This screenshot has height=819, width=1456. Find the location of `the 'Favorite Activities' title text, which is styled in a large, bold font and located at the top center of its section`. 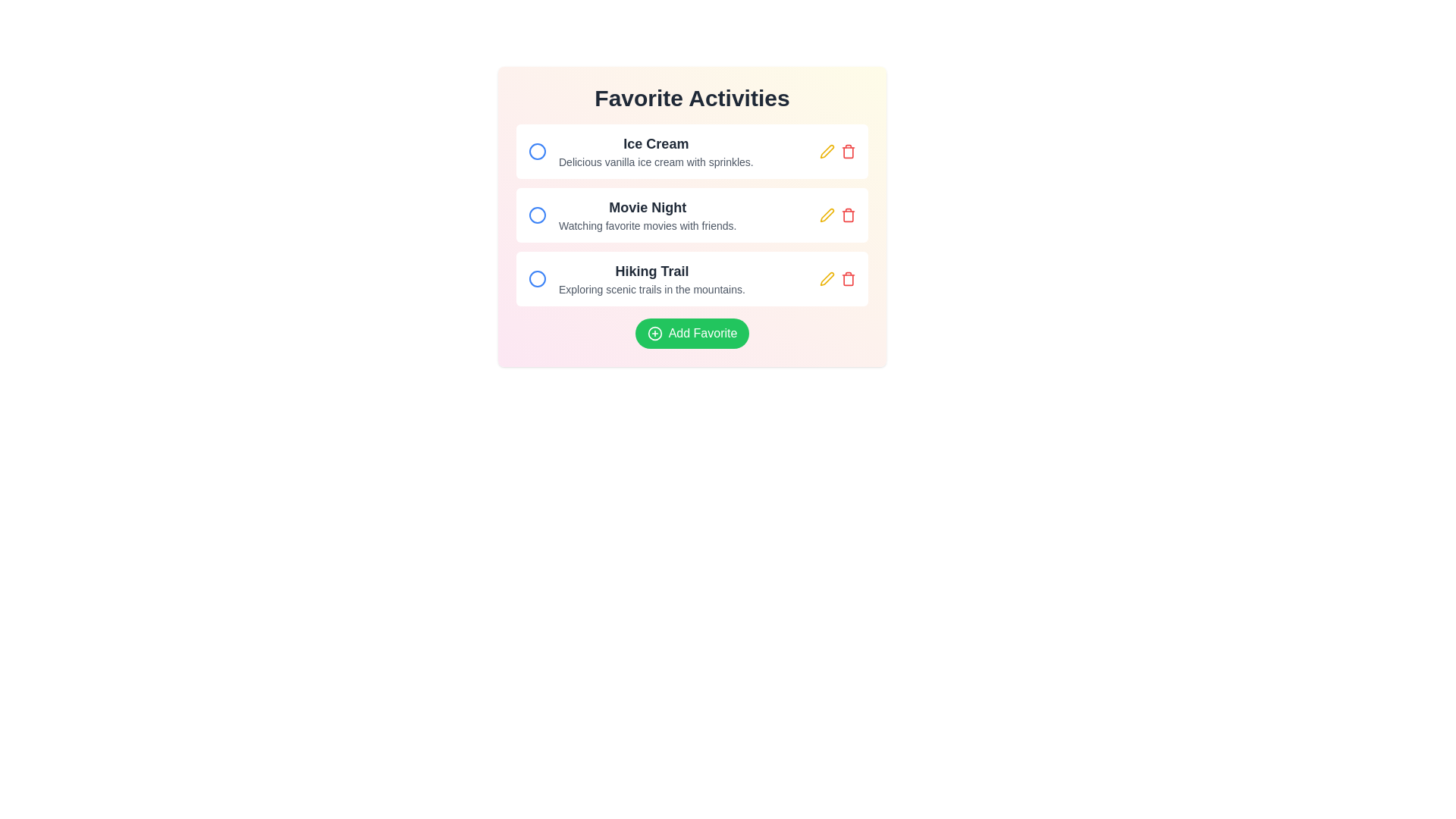

the 'Favorite Activities' title text, which is styled in a large, bold font and located at the top center of its section is located at coordinates (691, 99).